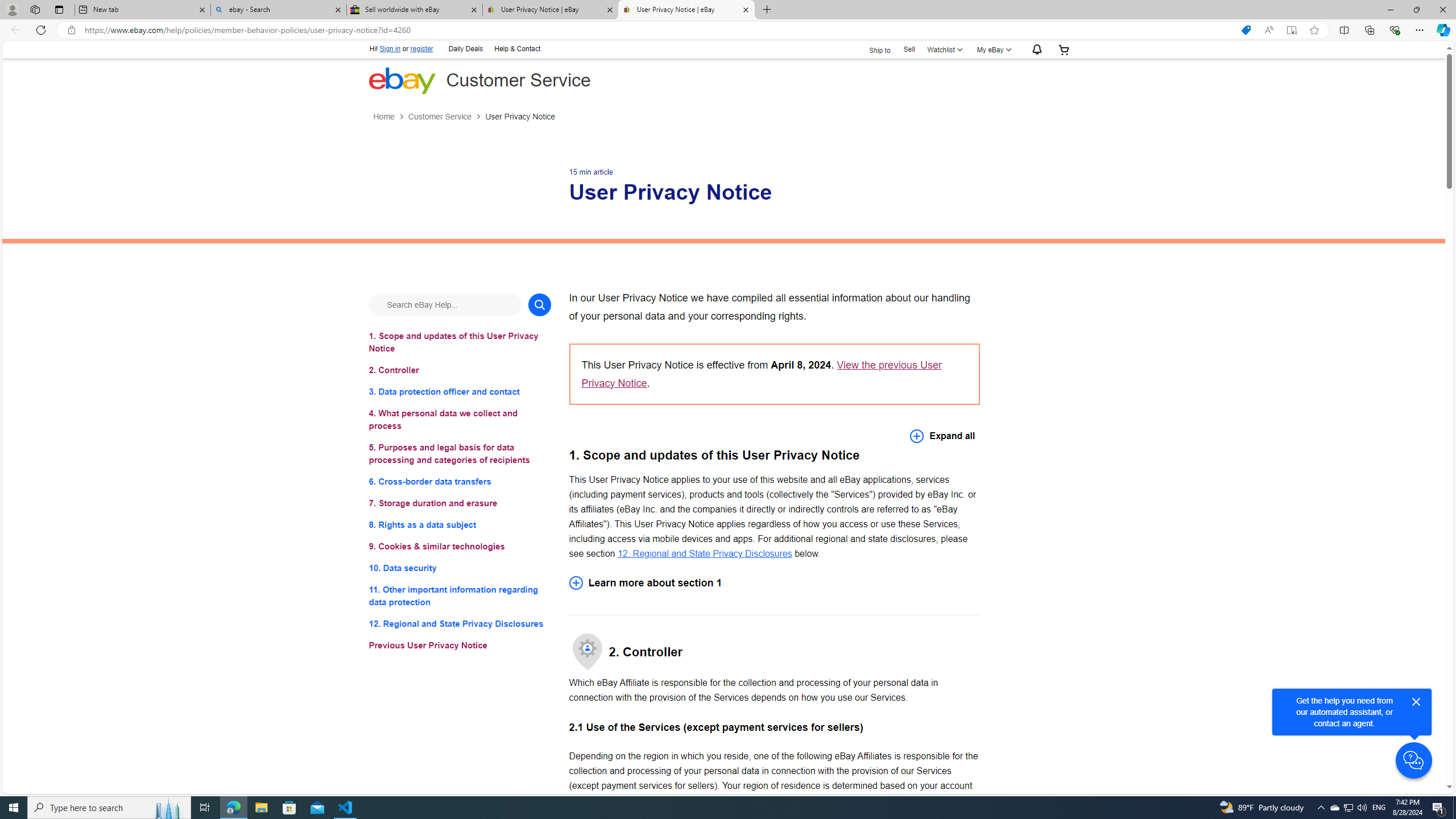  Describe the element at coordinates (520, 116) in the screenshot. I see `'User Privacy Notice'` at that location.